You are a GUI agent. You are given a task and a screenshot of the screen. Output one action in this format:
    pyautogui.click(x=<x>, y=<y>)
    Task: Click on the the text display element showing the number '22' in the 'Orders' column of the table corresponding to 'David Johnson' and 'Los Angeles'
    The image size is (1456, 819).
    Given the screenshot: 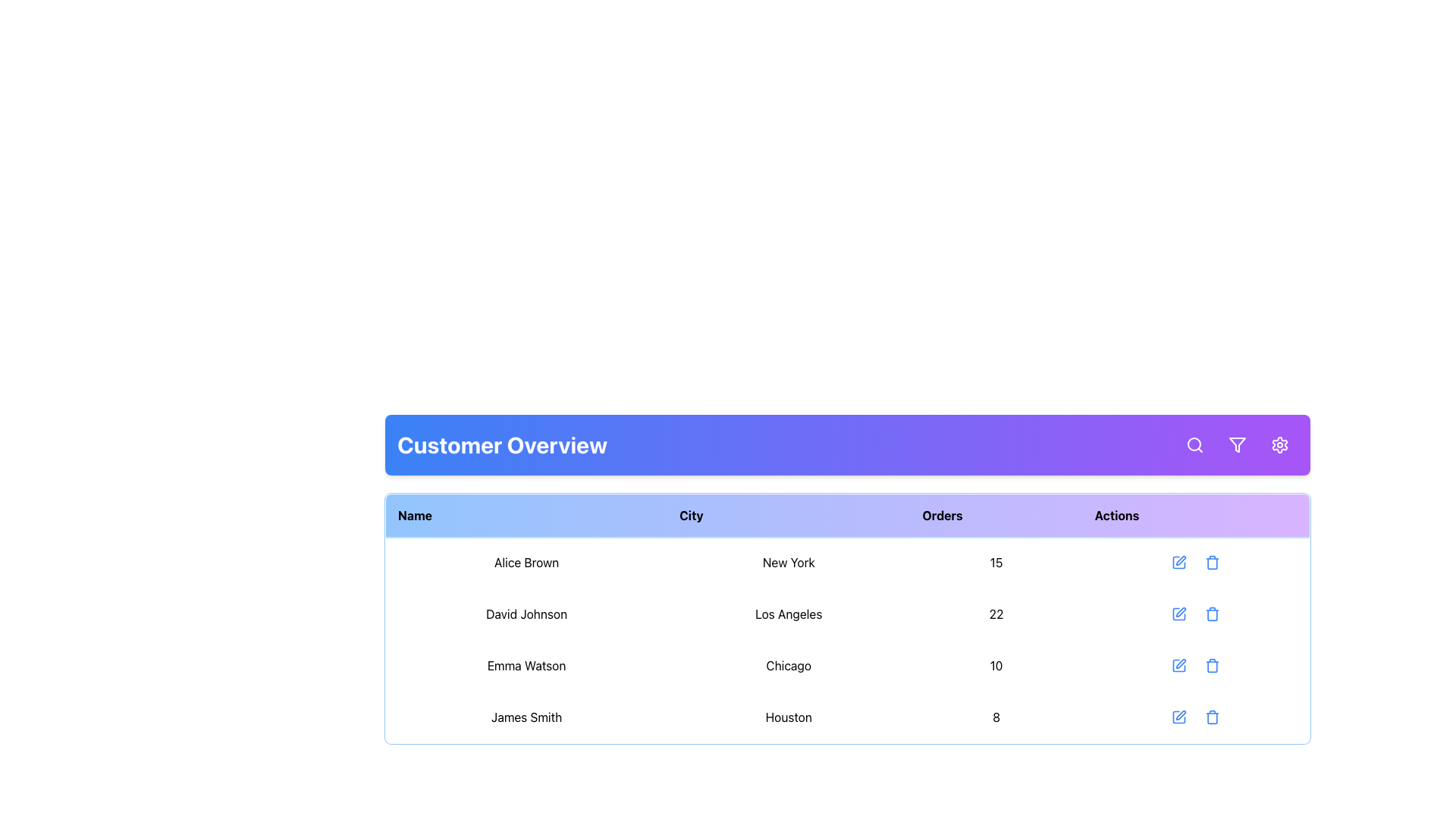 What is the action you would take?
    pyautogui.click(x=996, y=614)
    